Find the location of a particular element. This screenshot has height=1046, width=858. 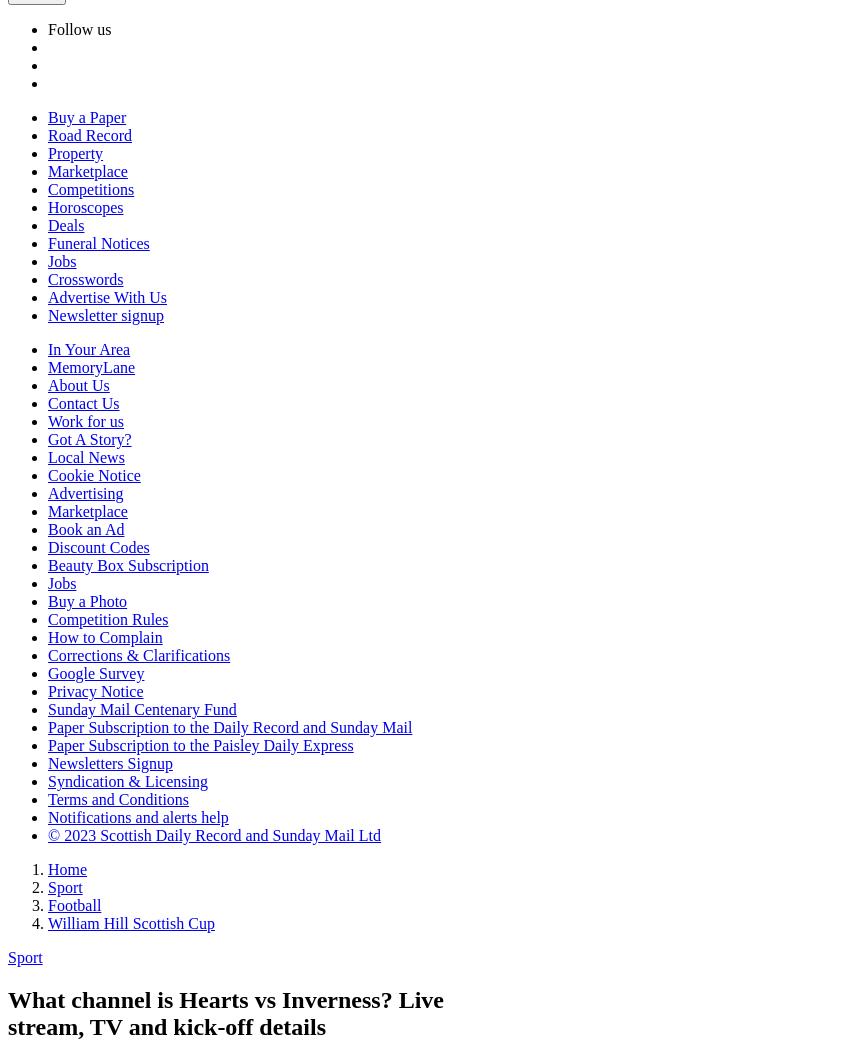

'Discount Codes' is located at coordinates (46, 546).